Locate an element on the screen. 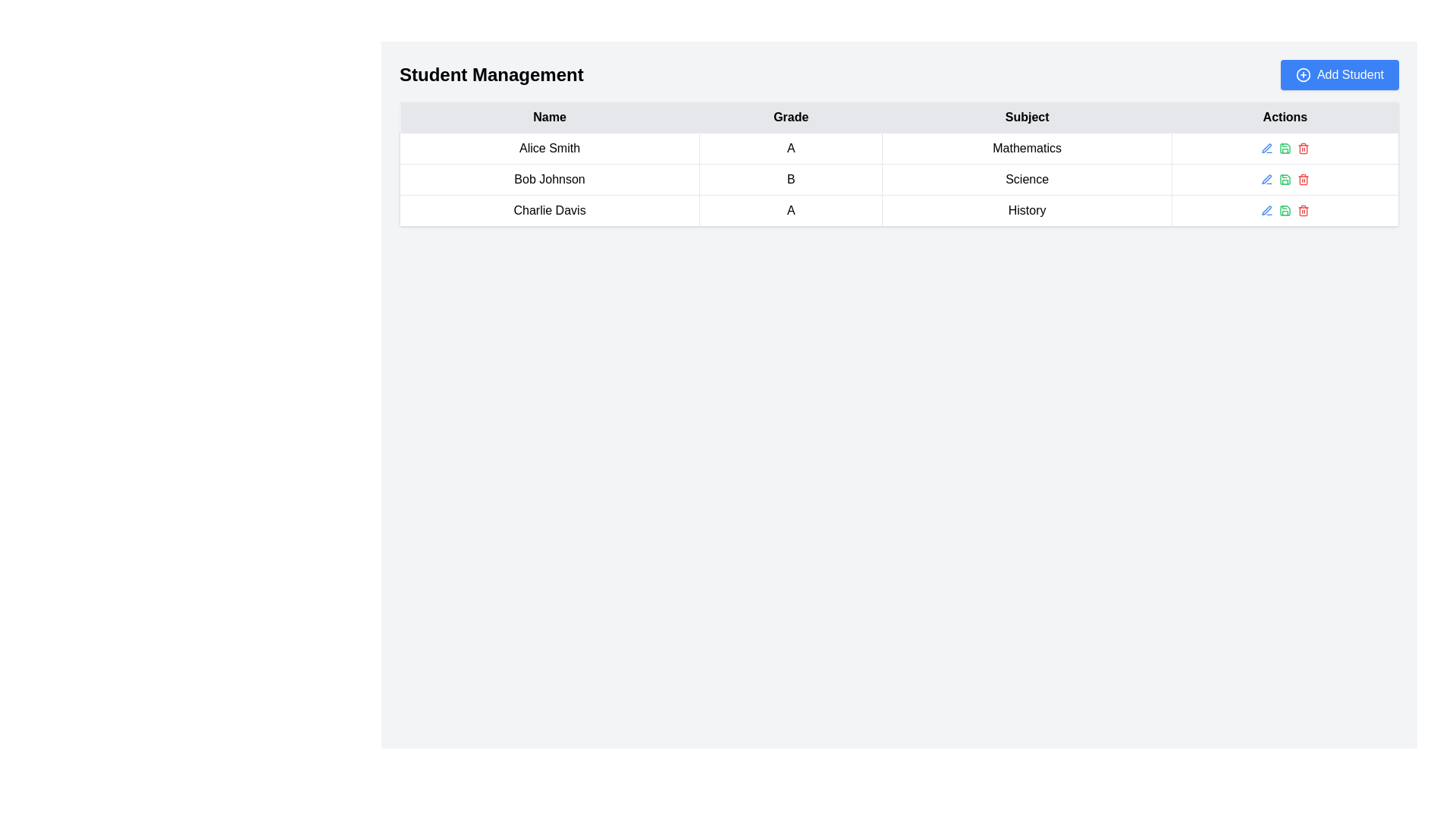 This screenshot has width=1456, height=819. the 'History' text label in the fourth cell of the row for 'Charlie Davis' in the 'Subject' column of the table is located at coordinates (1027, 210).